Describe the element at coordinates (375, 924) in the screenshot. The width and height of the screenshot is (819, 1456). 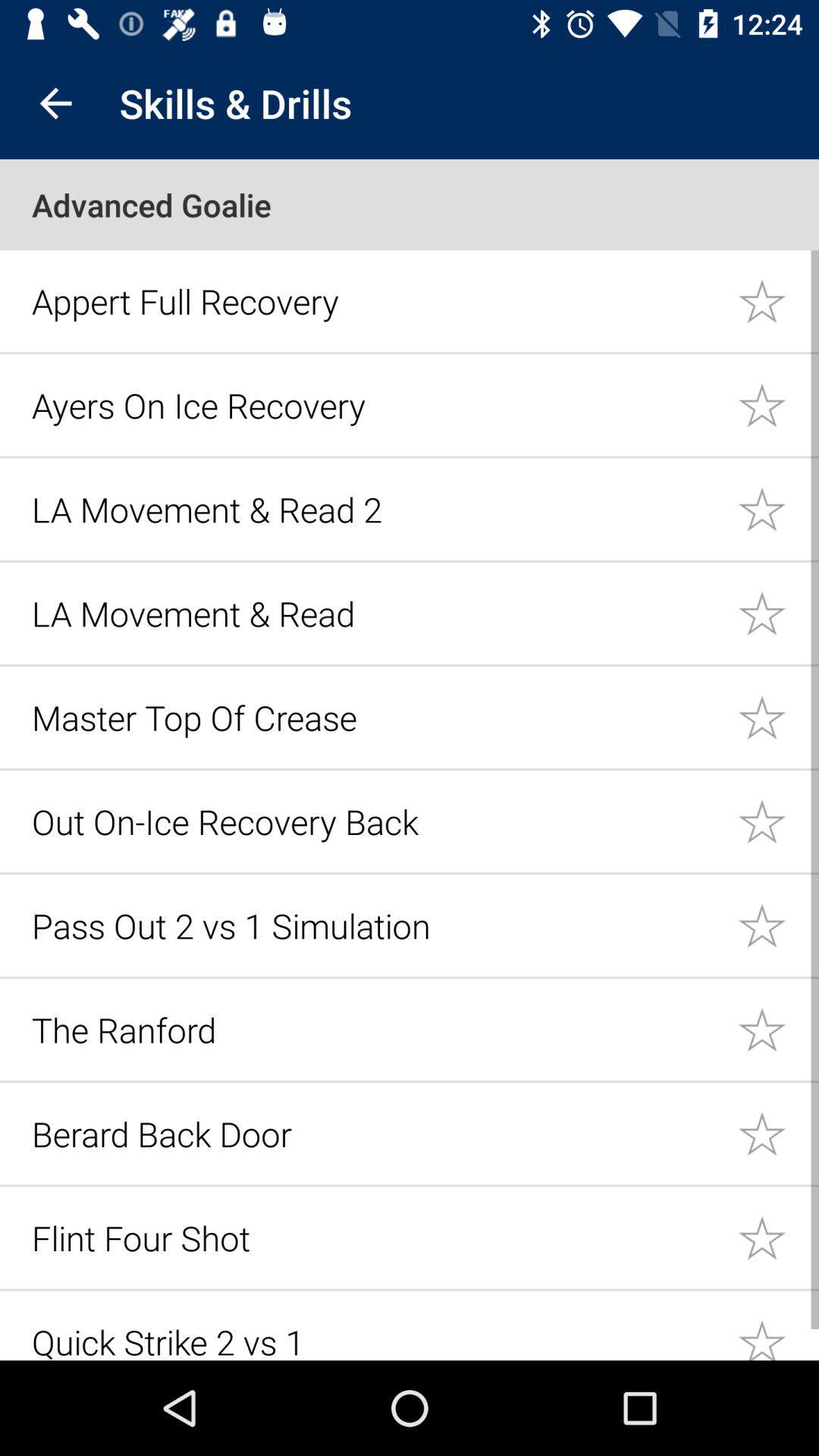
I see `icon above the ranford` at that location.